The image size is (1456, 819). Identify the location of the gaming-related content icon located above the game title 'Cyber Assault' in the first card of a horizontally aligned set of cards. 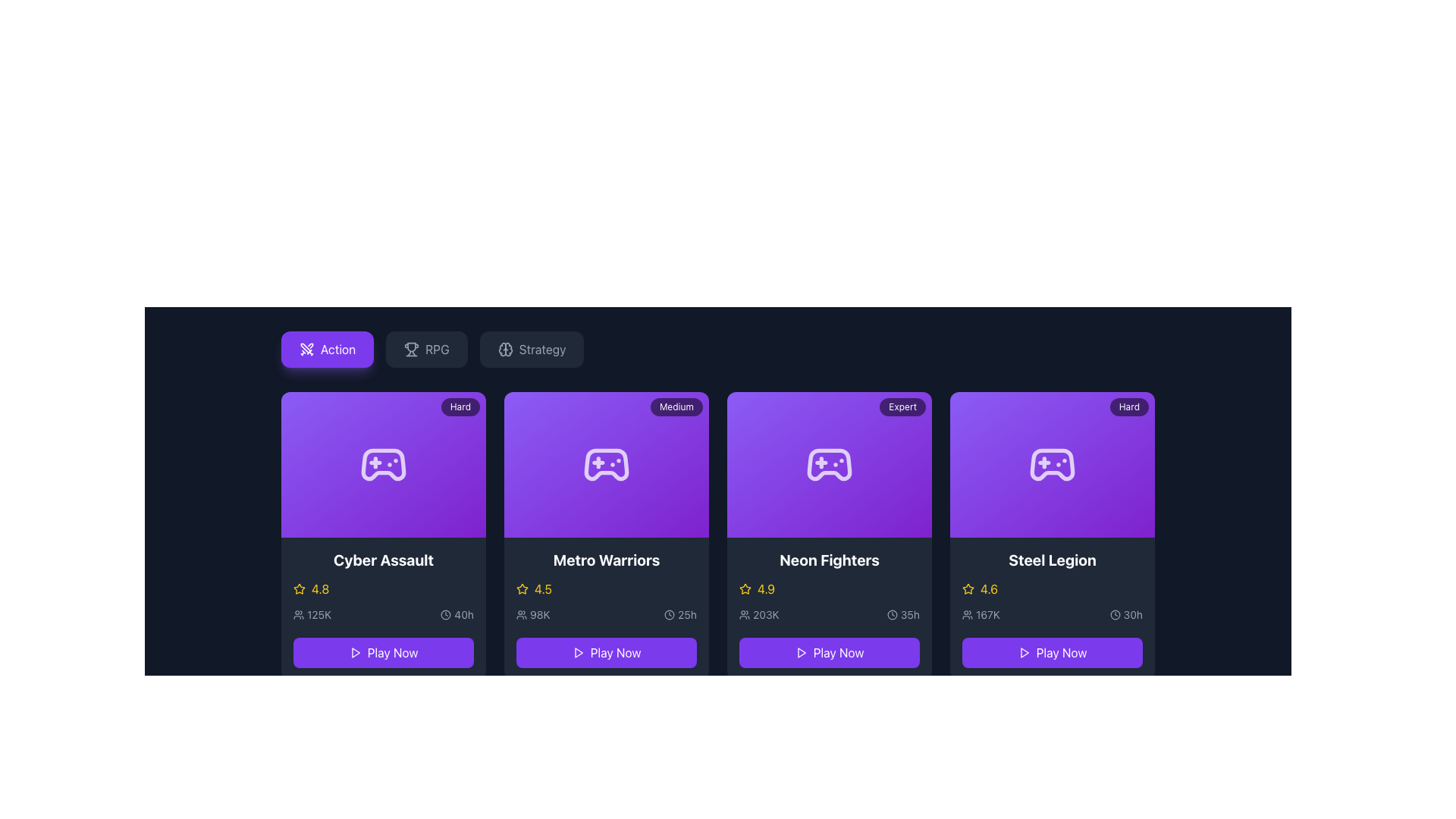
(383, 464).